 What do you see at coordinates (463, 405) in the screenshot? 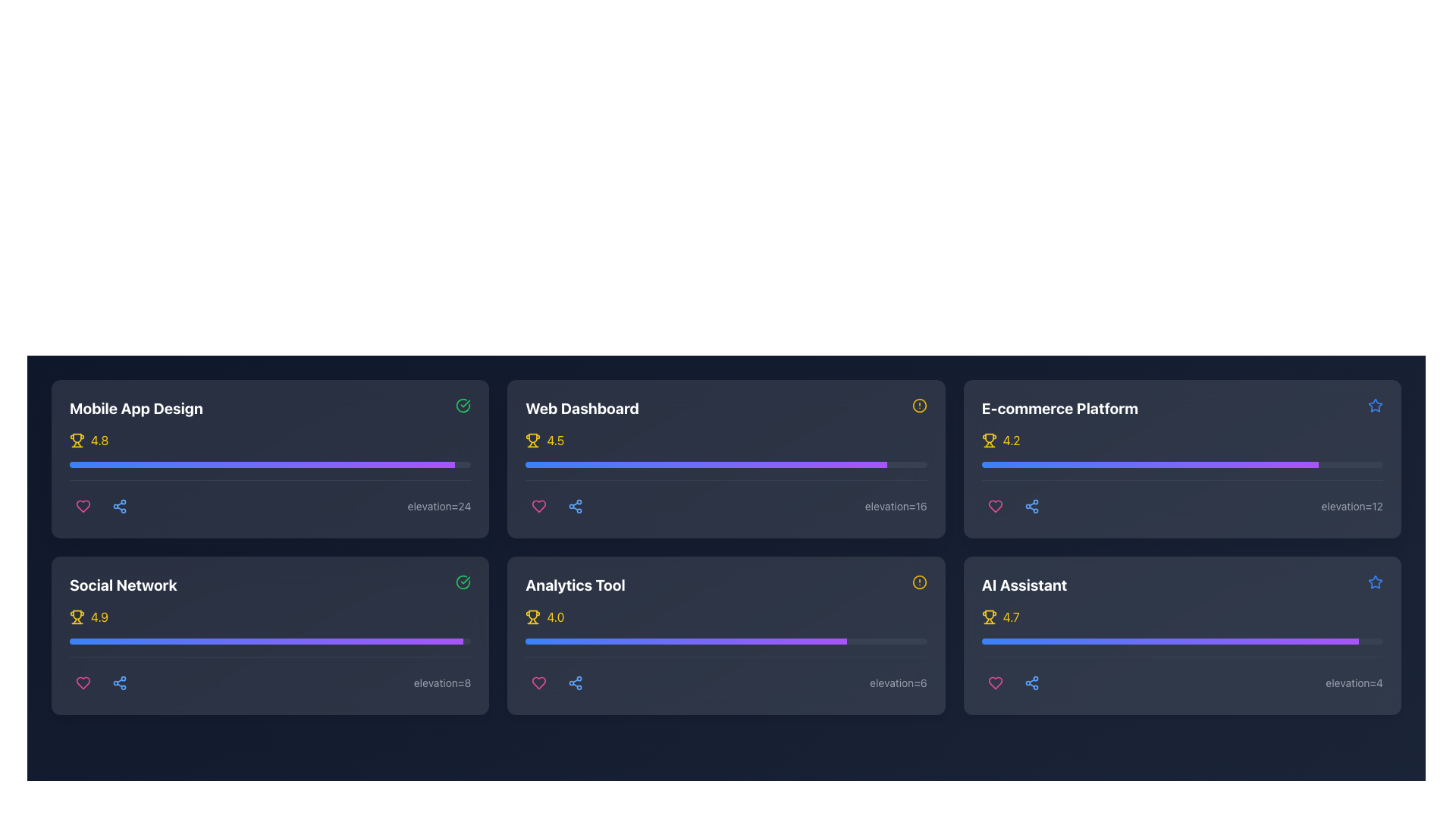
I see `the status icon in the top-right corner of the 'Mobile App Design' card` at bounding box center [463, 405].